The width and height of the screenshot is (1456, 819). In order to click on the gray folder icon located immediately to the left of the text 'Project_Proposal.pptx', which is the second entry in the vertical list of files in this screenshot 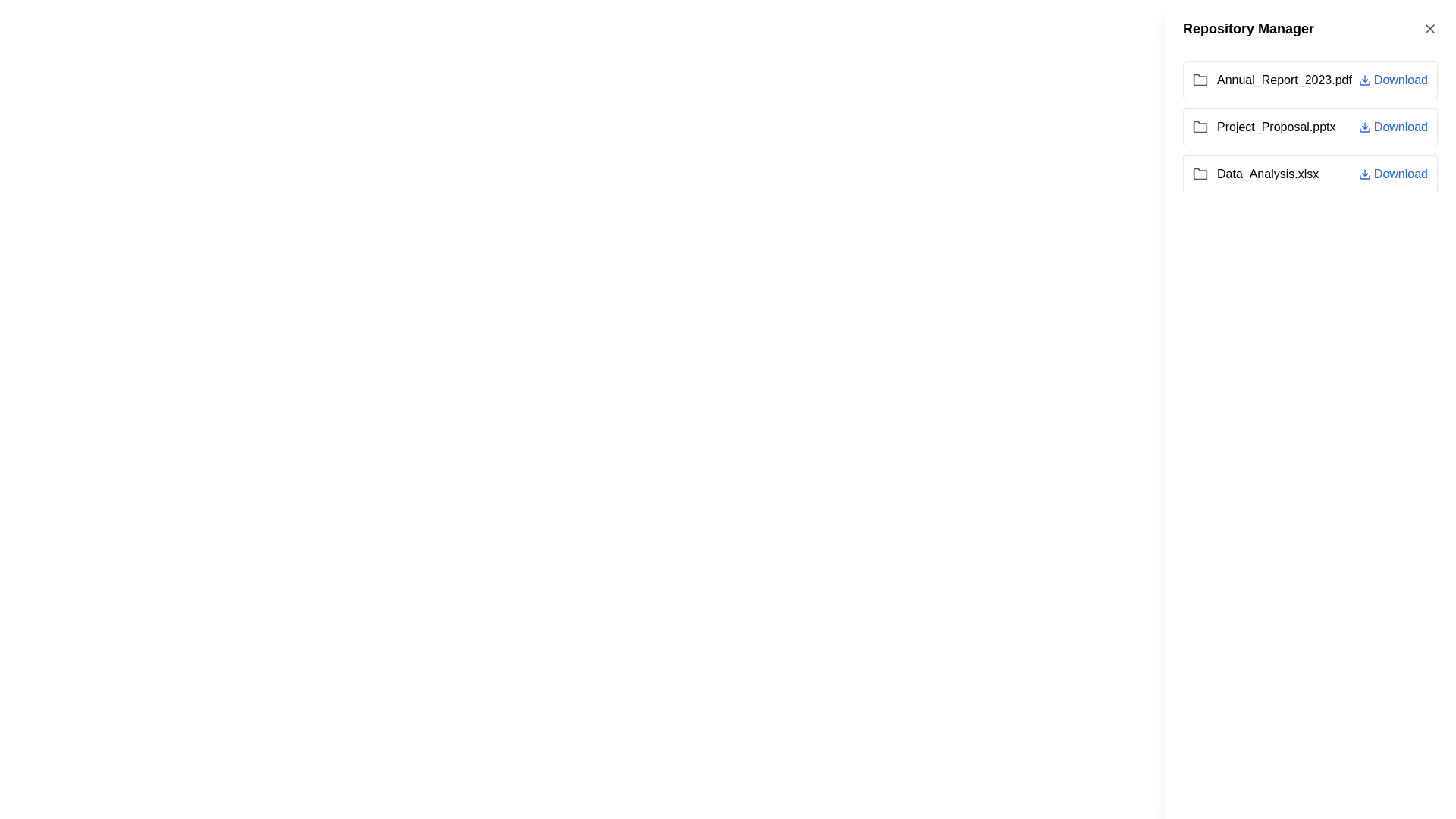, I will do `click(1200, 127)`.